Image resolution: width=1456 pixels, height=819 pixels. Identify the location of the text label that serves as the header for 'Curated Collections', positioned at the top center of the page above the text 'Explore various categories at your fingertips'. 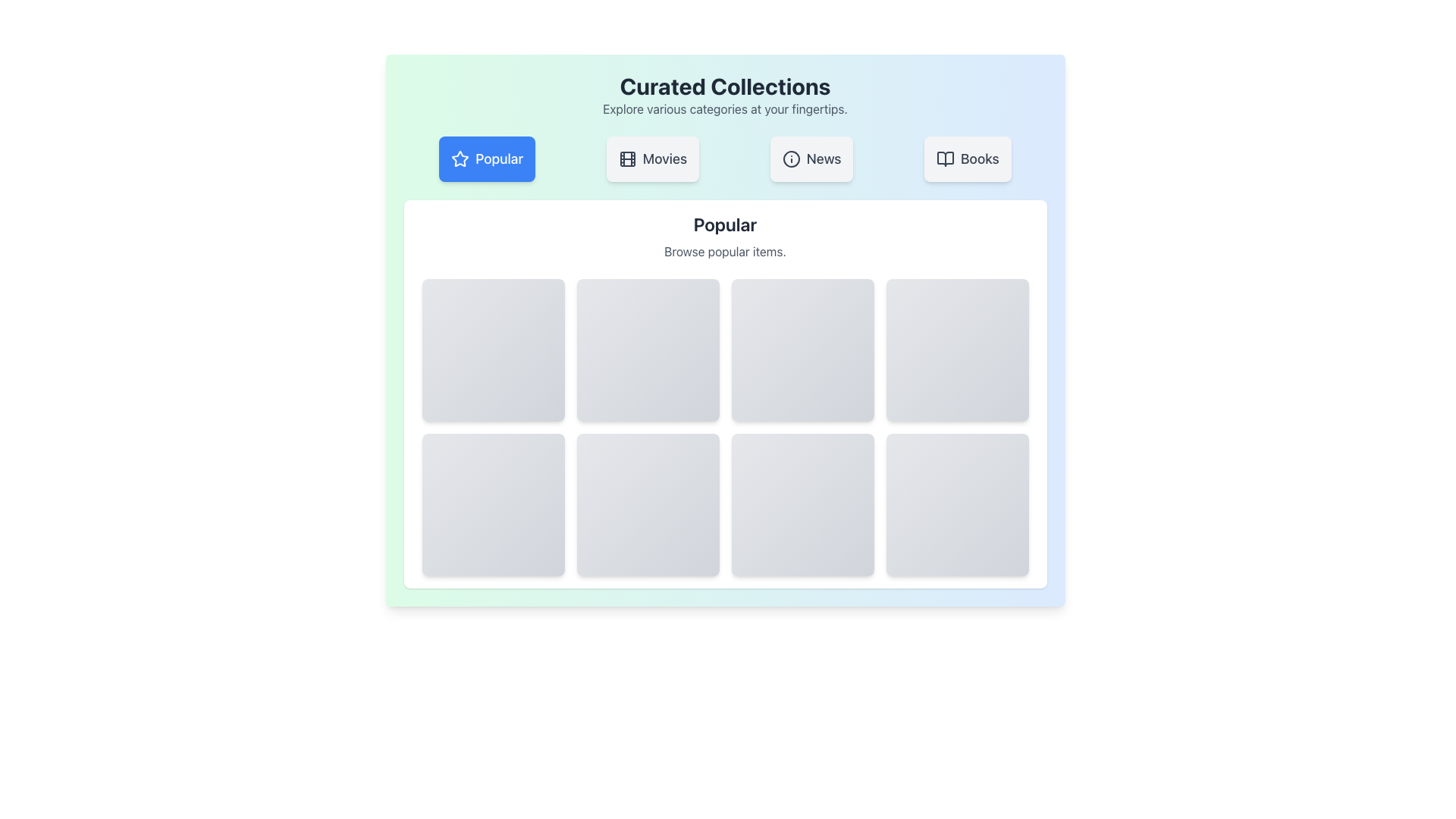
(724, 86).